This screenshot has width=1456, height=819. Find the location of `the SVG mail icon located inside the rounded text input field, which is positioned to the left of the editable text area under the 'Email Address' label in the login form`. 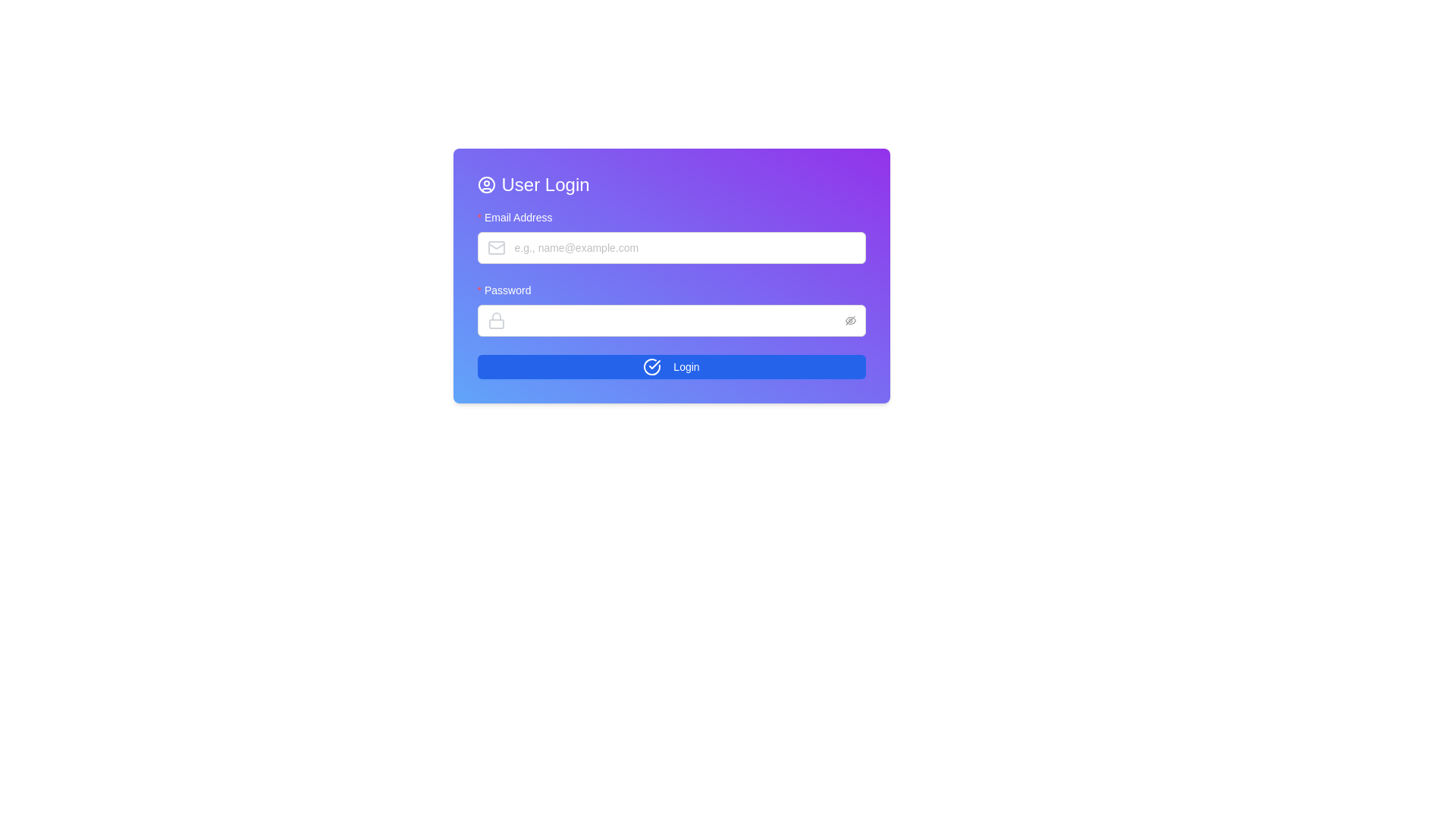

the SVG mail icon located inside the rounded text input field, which is positioned to the left of the editable text area under the 'Email Address' label in the login form is located at coordinates (499, 247).